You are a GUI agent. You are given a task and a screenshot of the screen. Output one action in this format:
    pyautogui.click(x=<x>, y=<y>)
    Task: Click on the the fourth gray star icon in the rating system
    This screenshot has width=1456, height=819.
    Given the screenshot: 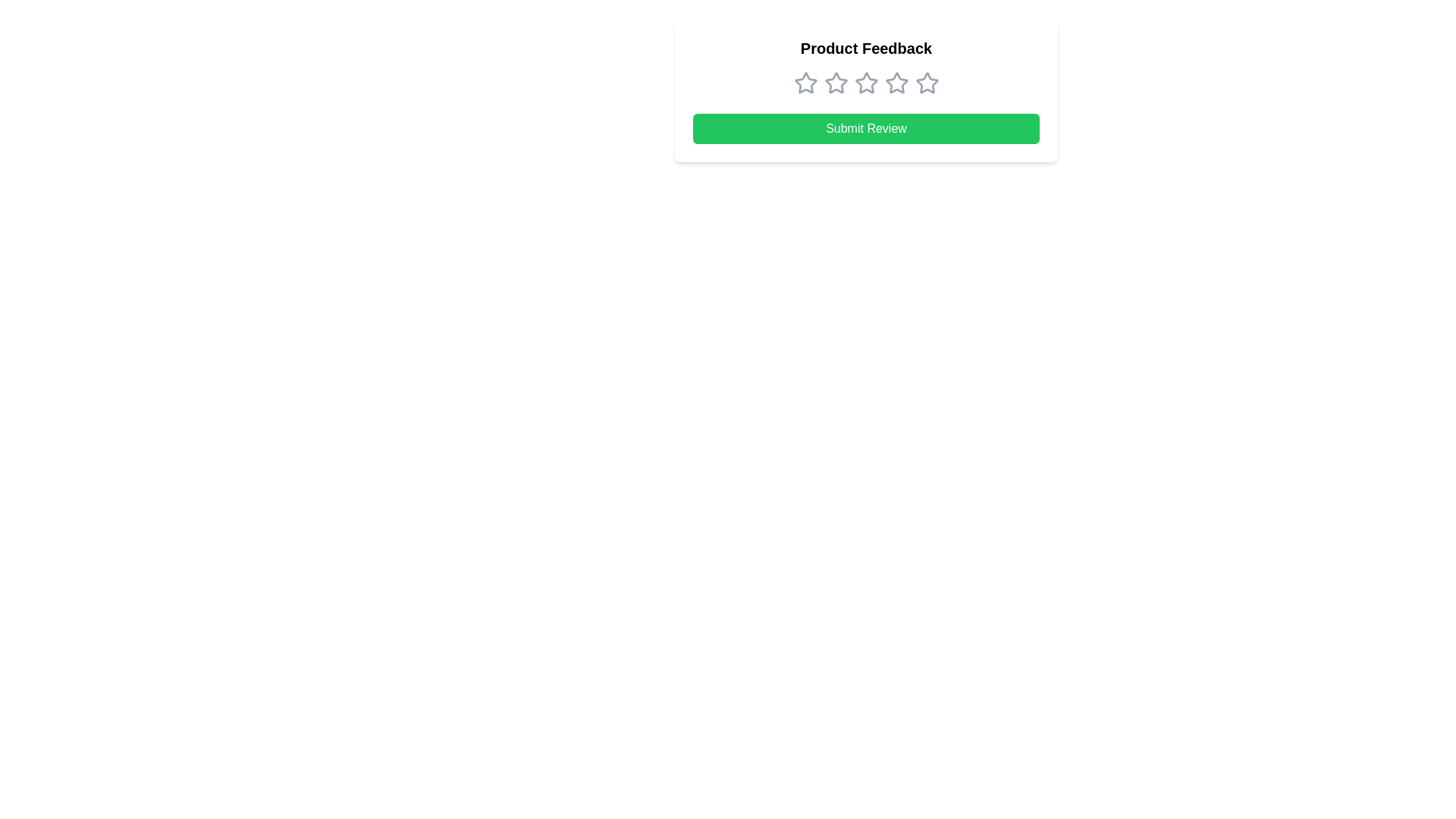 What is the action you would take?
    pyautogui.click(x=896, y=83)
    